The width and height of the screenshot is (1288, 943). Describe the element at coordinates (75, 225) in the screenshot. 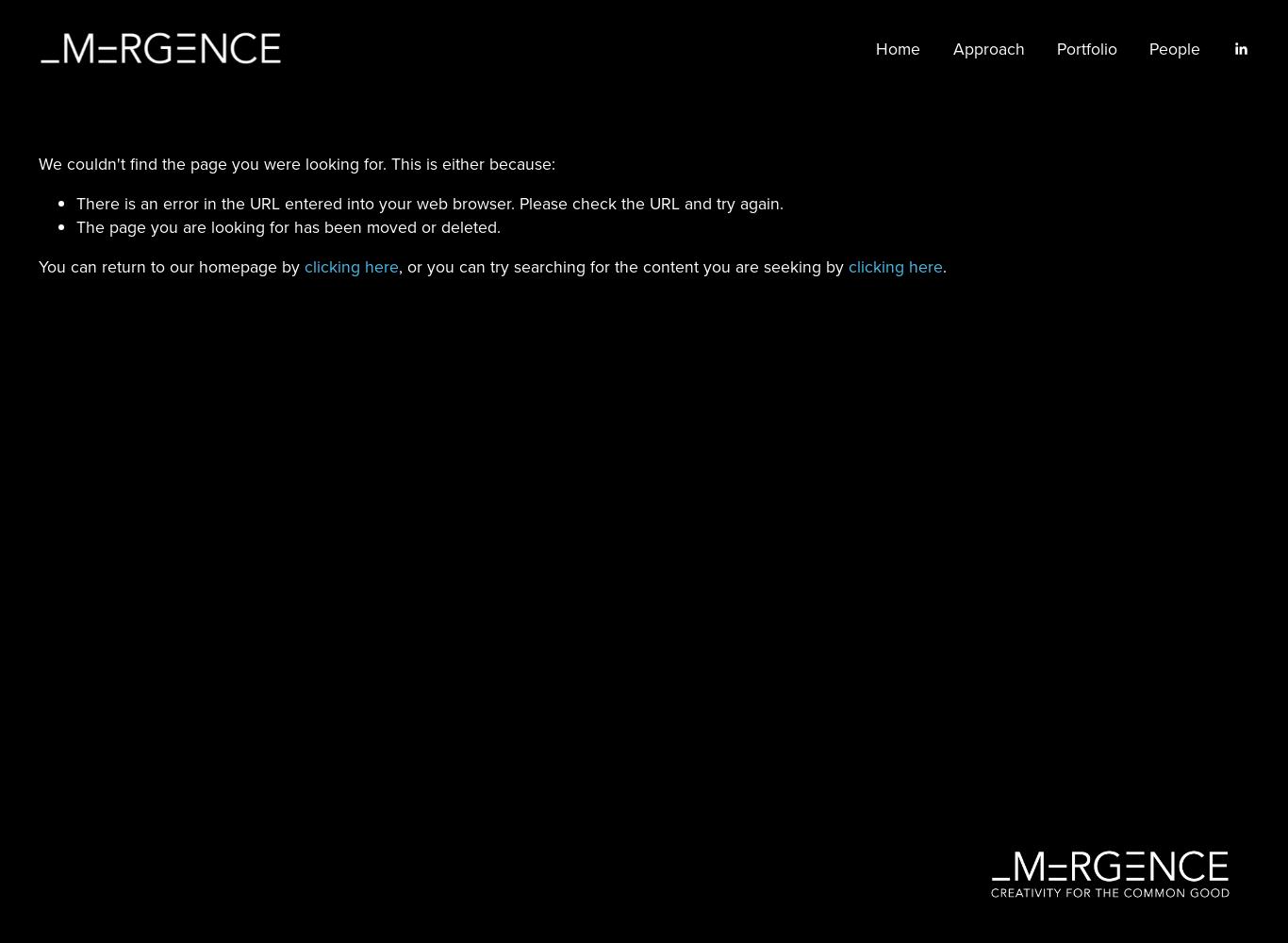

I see `'The page you are looking for has been moved or deleted.'` at that location.